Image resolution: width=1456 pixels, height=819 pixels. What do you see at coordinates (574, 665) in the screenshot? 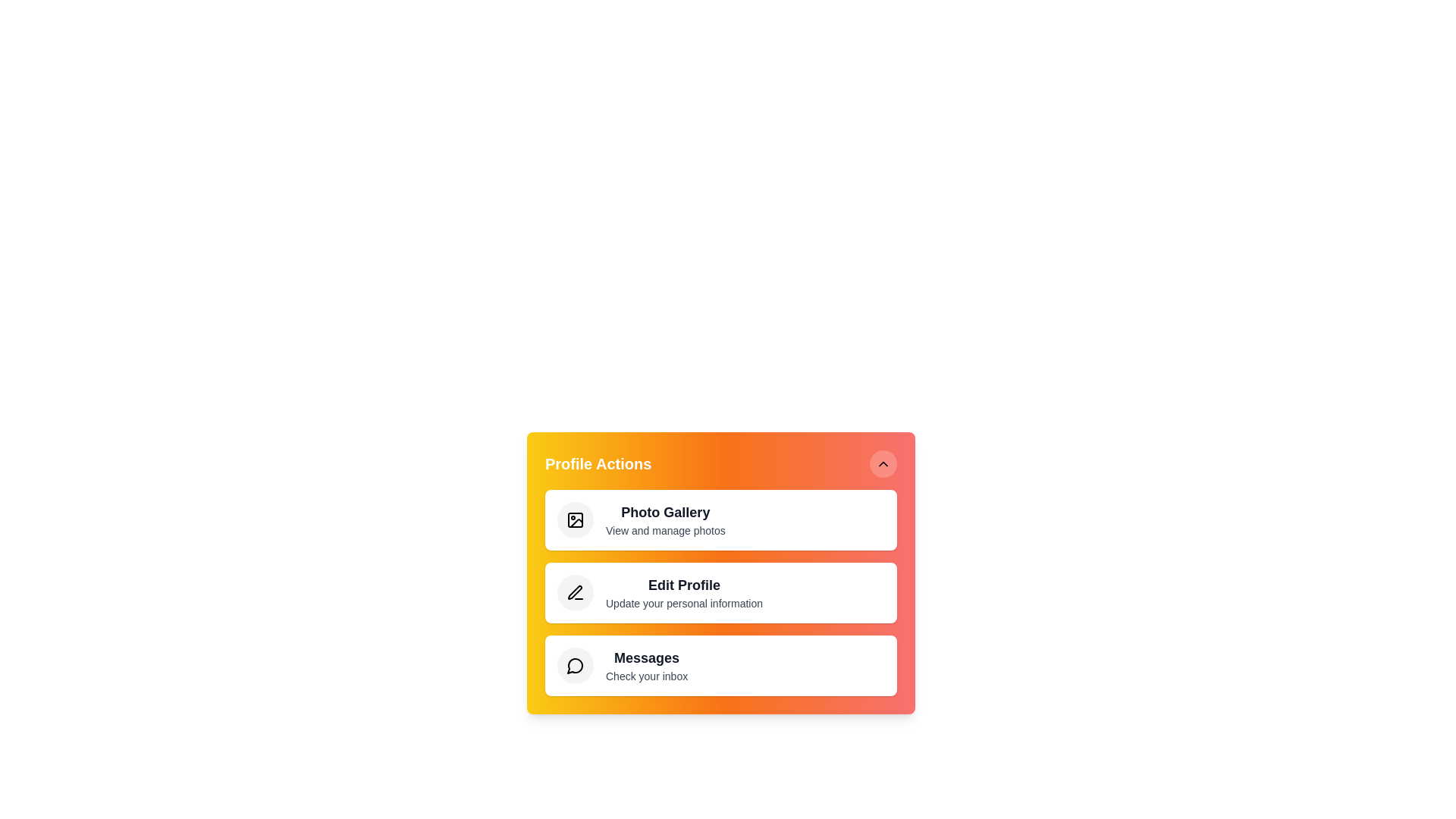
I see `the action Messages to observe its effects` at bounding box center [574, 665].